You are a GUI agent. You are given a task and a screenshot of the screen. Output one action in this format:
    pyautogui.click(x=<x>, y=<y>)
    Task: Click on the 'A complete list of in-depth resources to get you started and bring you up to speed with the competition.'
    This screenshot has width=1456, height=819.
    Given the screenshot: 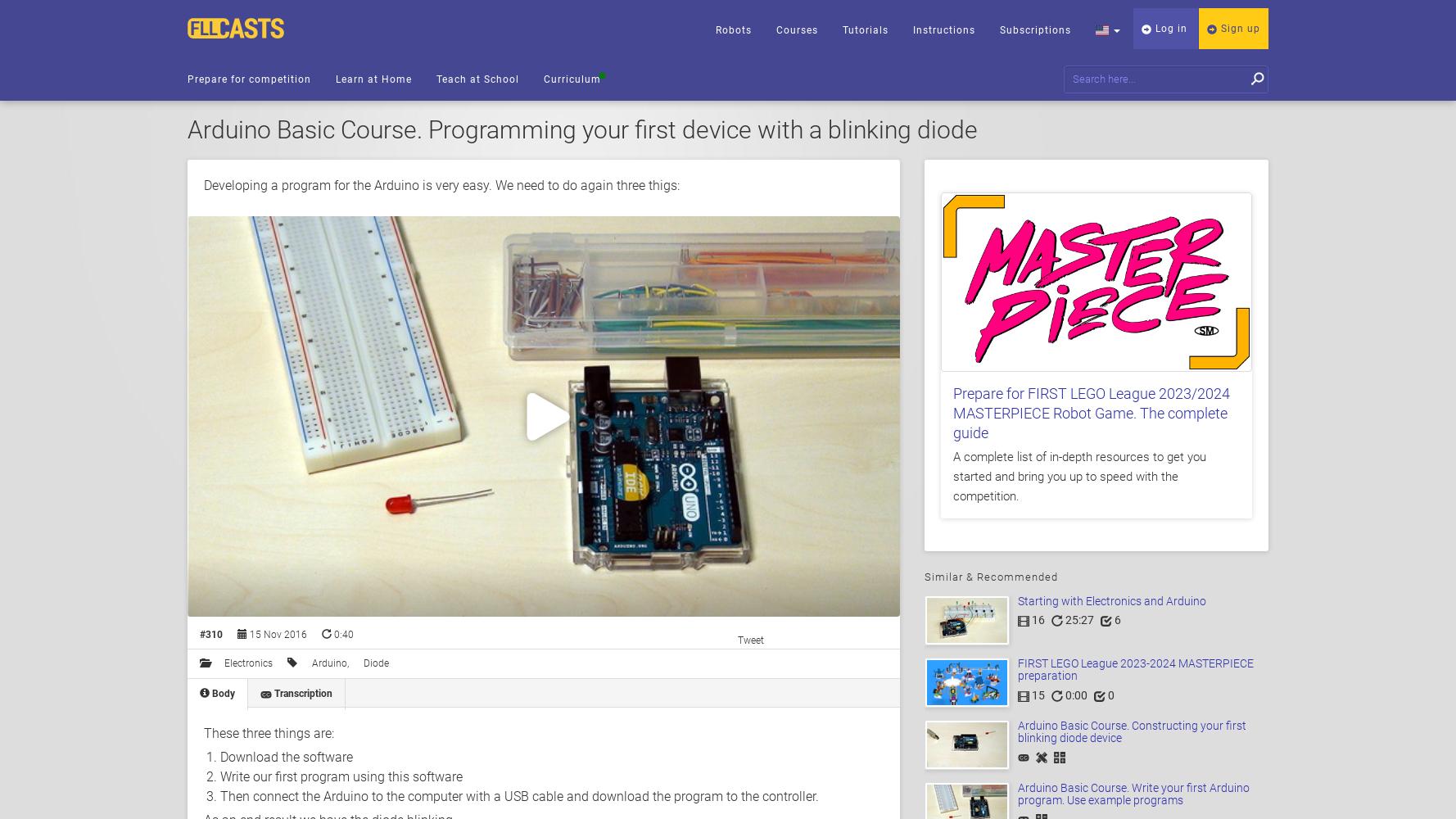 What is the action you would take?
    pyautogui.click(x=1079, y=476)
    